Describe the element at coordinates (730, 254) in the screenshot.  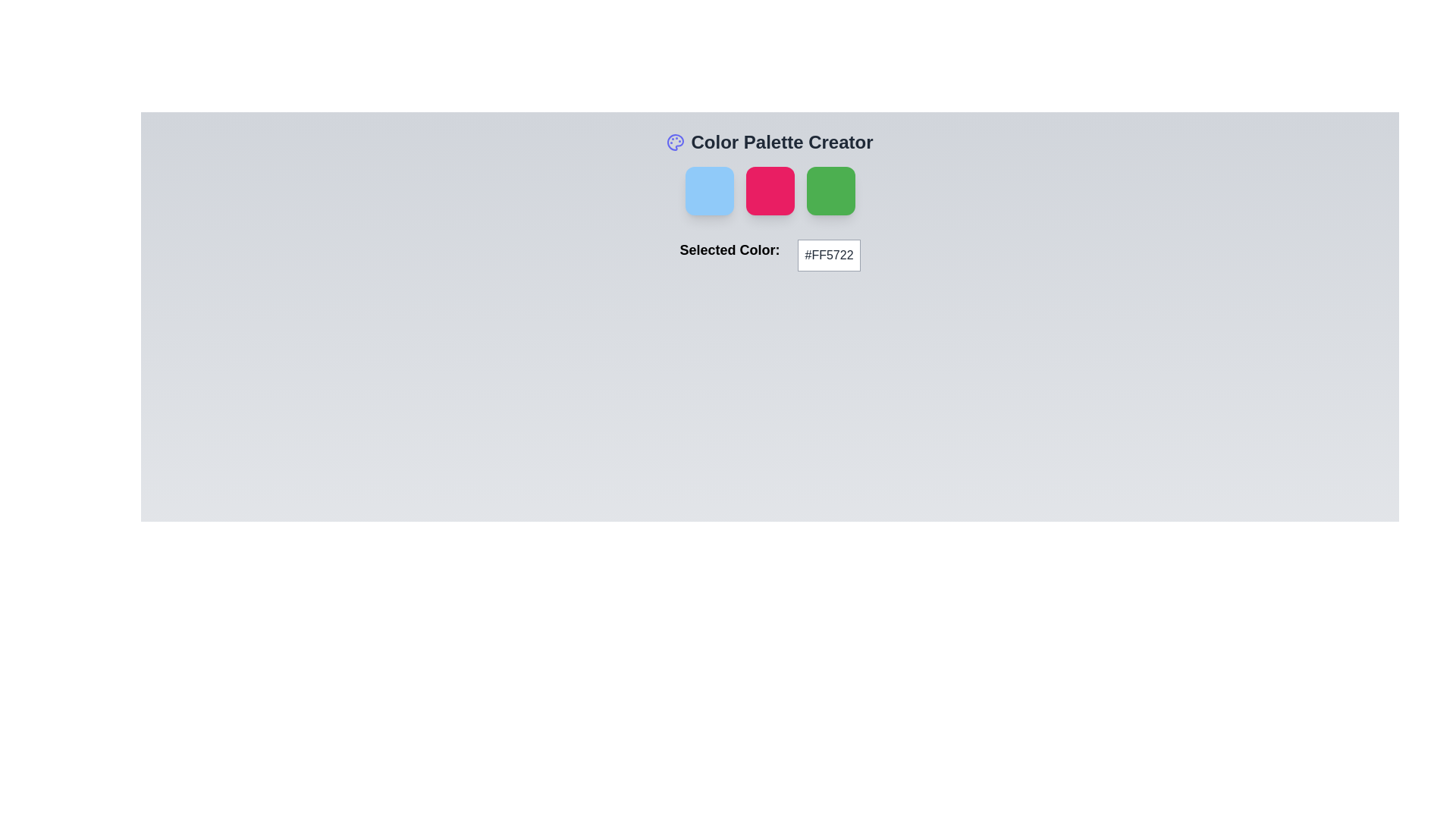
I see `the Text Label displaying 'Selected Color:' which is positioned to the left of the color code box in the horizontal layout` at that location.